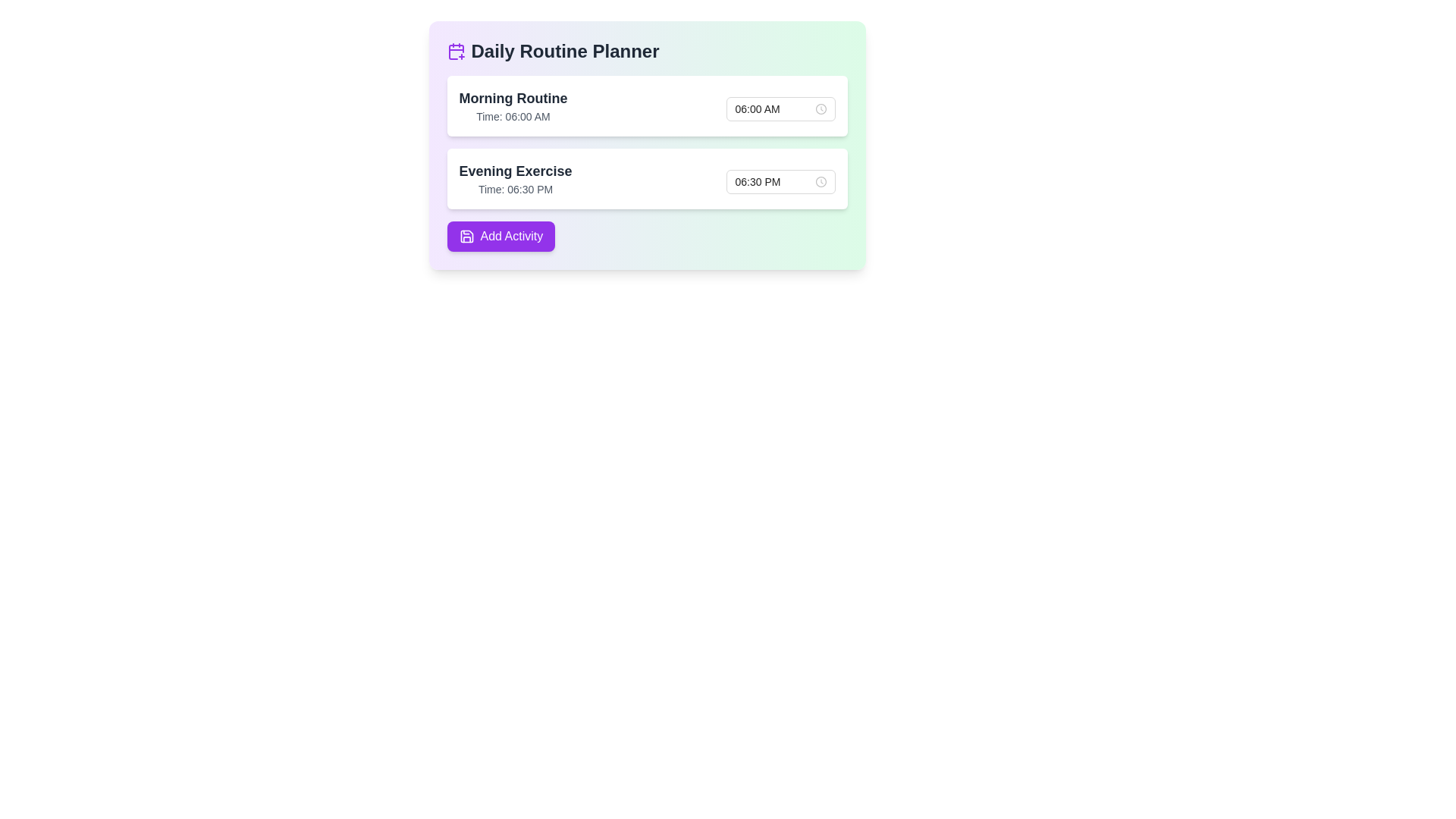 This screenshot has width=1456, height=819. I want to click on the title and description text display element in the Daily Routine Planner, which is the first entry in the list of routines, so click(513, 105).